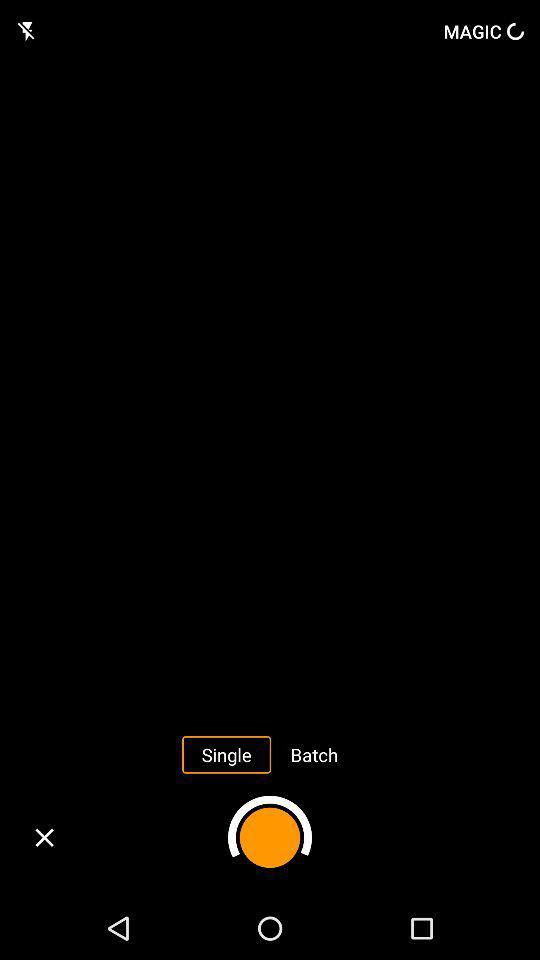  I want to click on the icon at the top right corner, so click(482, 30).